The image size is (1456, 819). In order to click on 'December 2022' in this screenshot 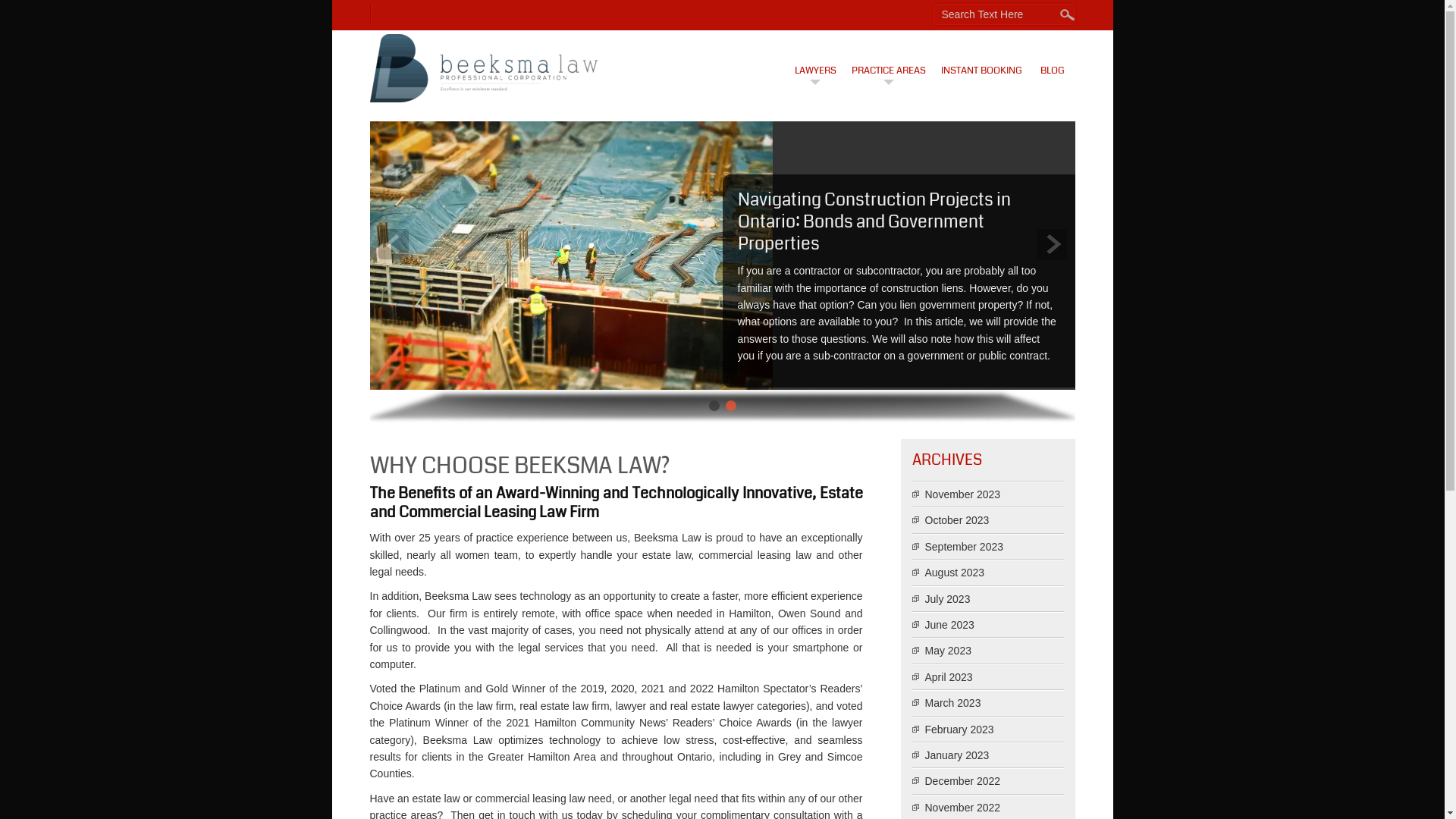, I will do `click(962, 780)`.